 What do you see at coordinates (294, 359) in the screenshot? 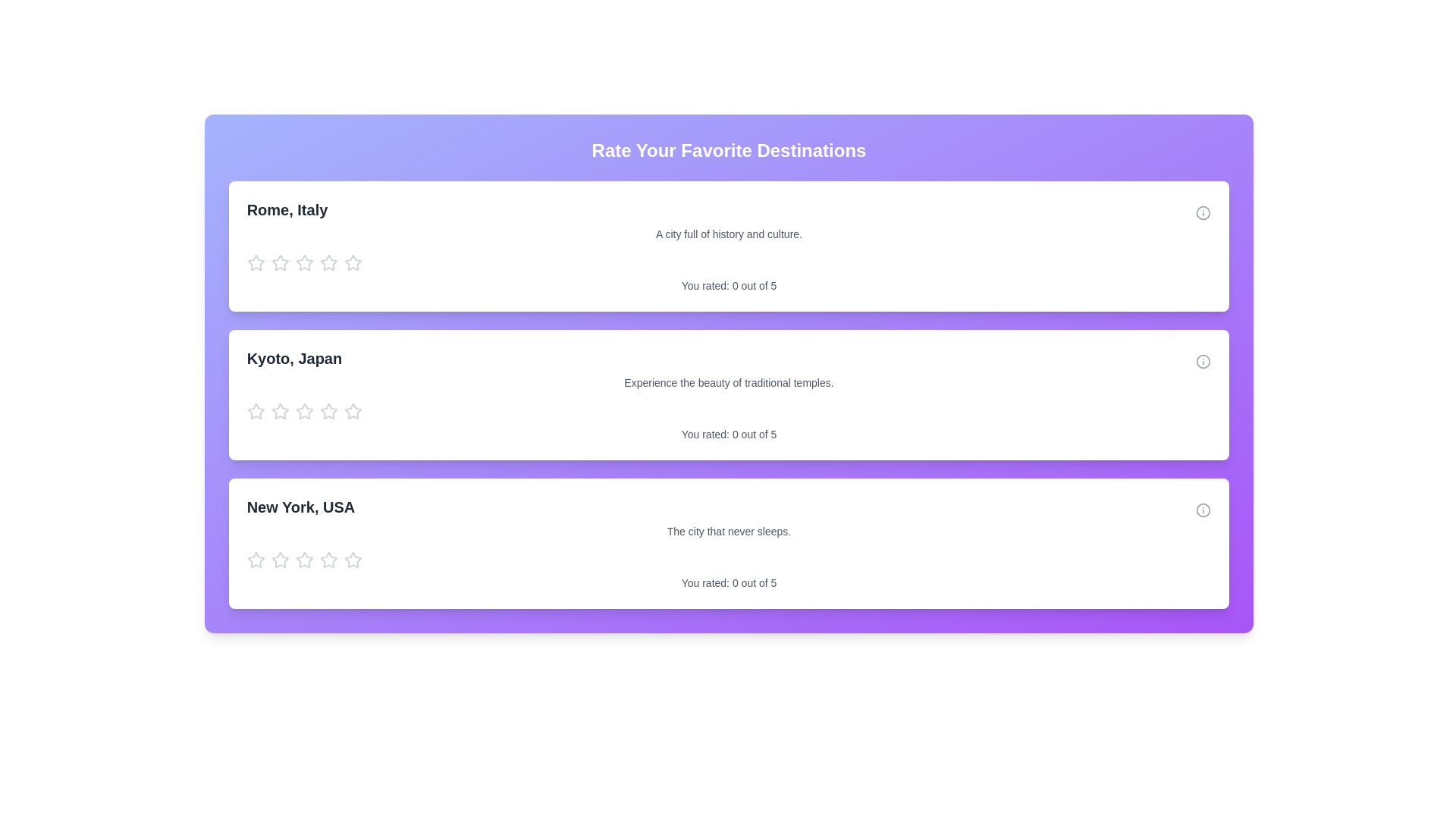
I see `text label displaying 'Kyoto, Japan', which is bold and prominently styled, located in the second section of a vertically stacked list of destinations` at bounding box center [294, 359].